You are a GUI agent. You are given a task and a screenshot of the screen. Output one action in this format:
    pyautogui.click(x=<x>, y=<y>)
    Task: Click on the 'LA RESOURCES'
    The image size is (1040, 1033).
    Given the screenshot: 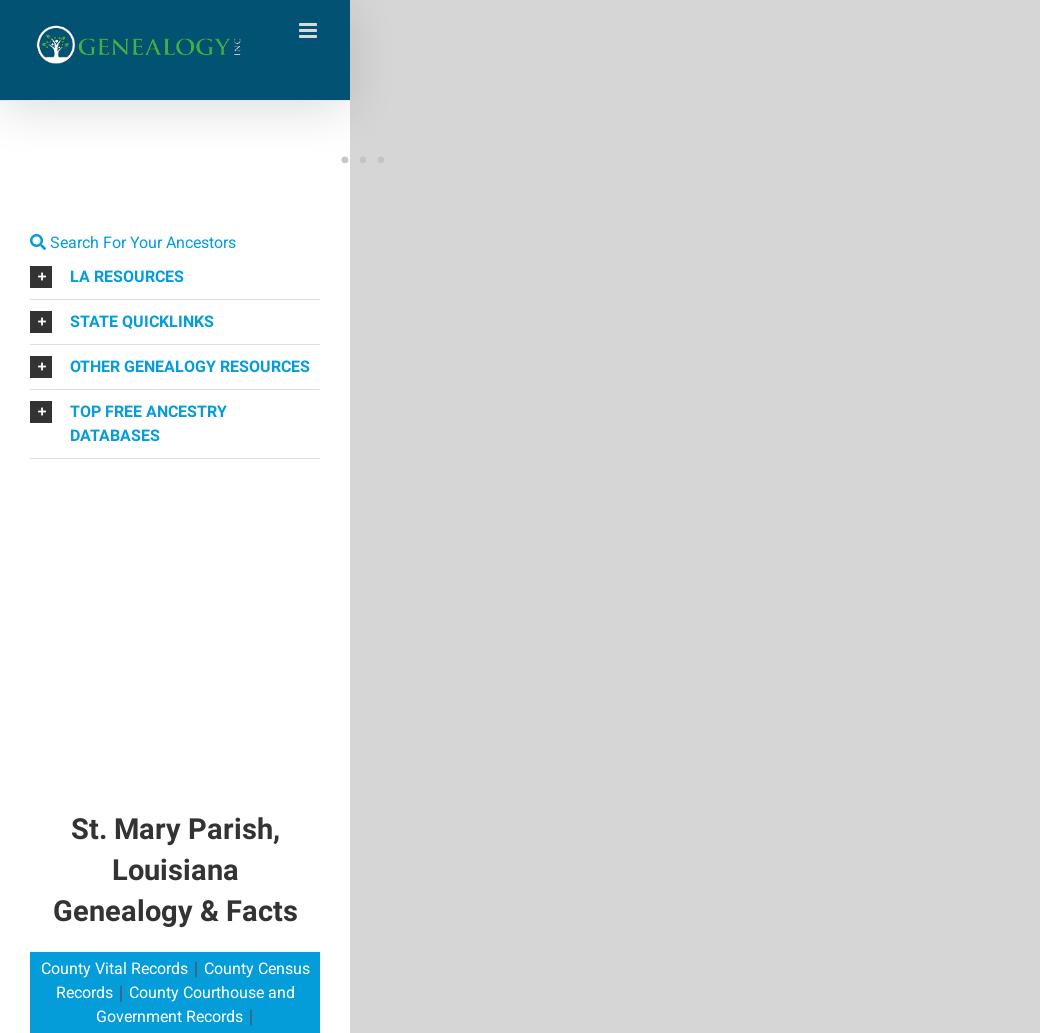 What is the action you would take?
    pyautogui.click(x=125, y=274)
    